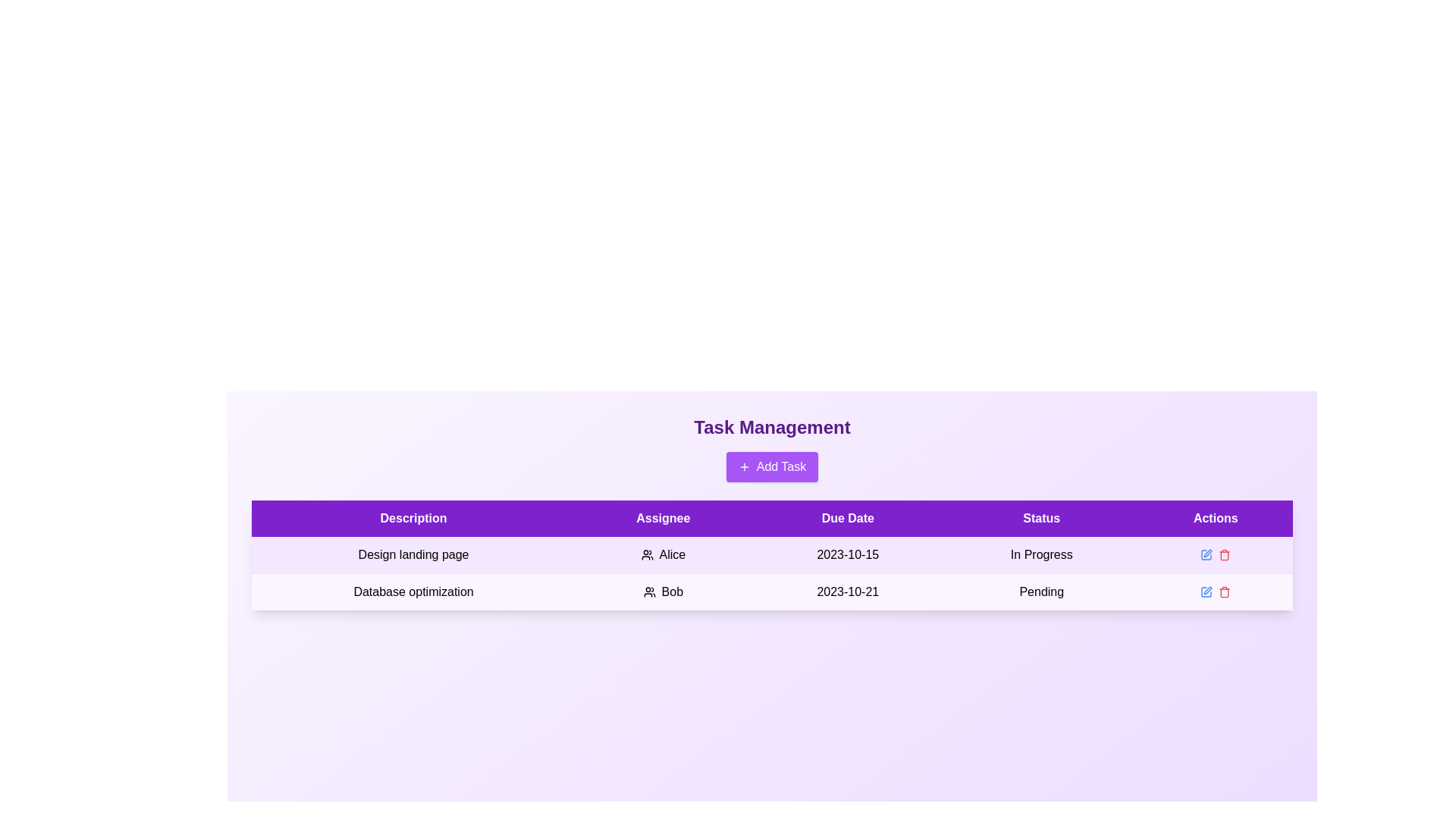 Image resolution: width=1456 pixels, height=819 pixels. Describe the element at coordinates (663, 555) in the screenshot. I see `the assignee of the task` at that location.